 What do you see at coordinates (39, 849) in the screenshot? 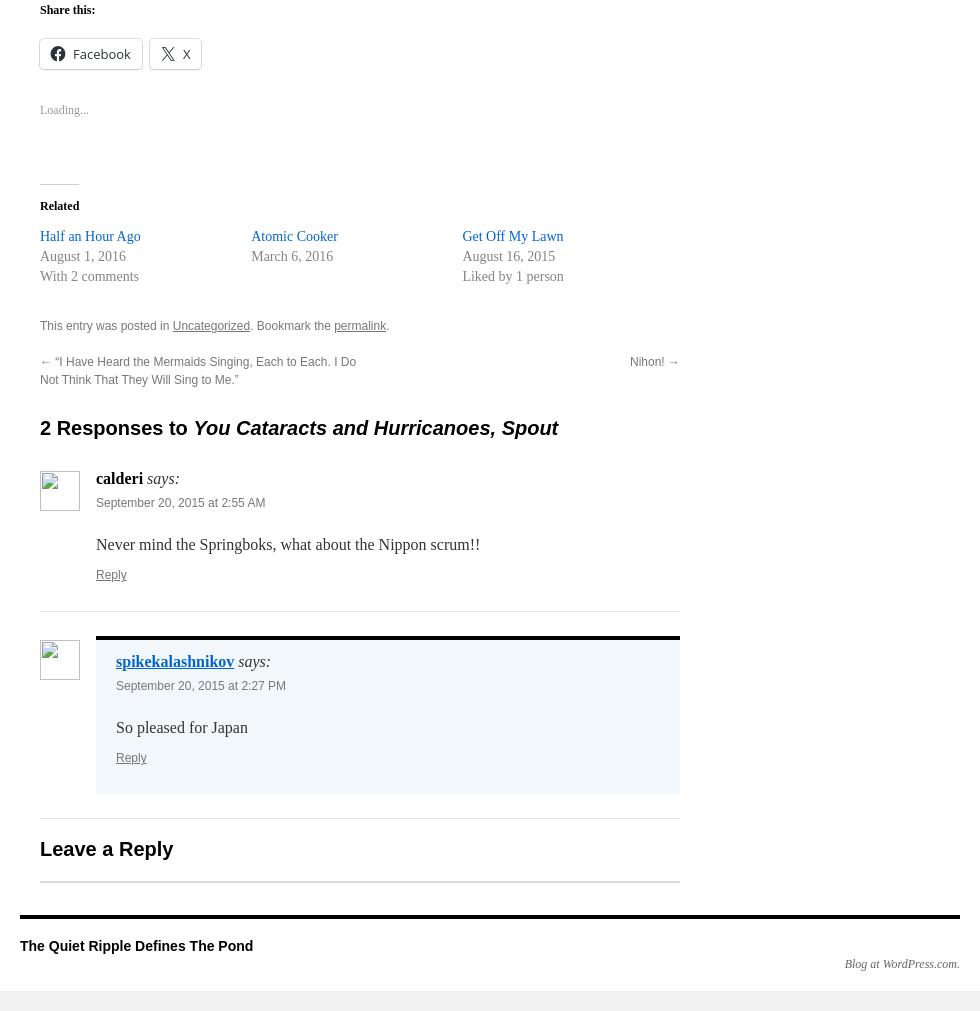
I see `'Leave a Reply'` at bounding box center [39, 849].